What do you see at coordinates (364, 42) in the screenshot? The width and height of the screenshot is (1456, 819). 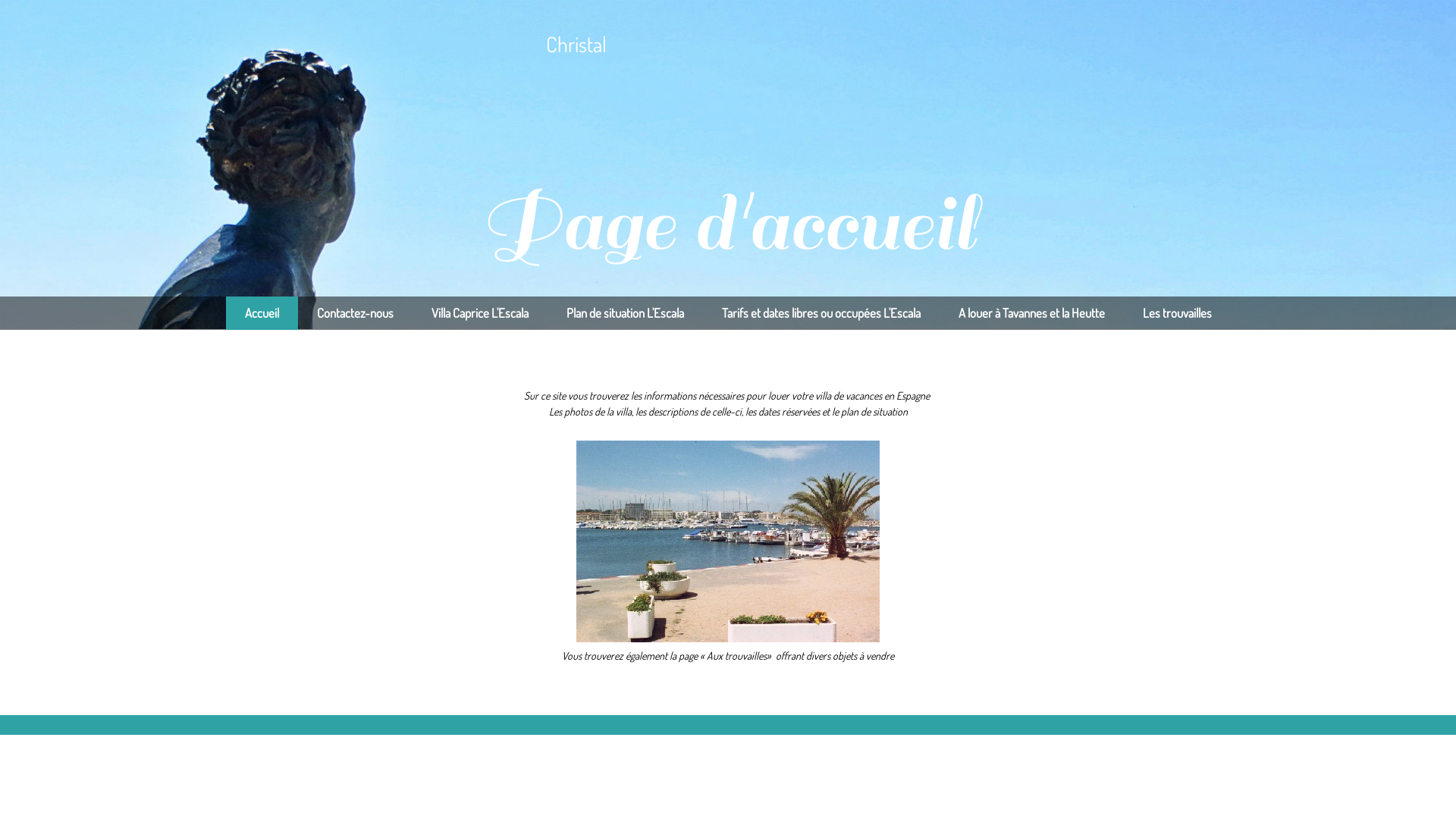 I see `'                                        Christal'` at bounding box center [364, 42].